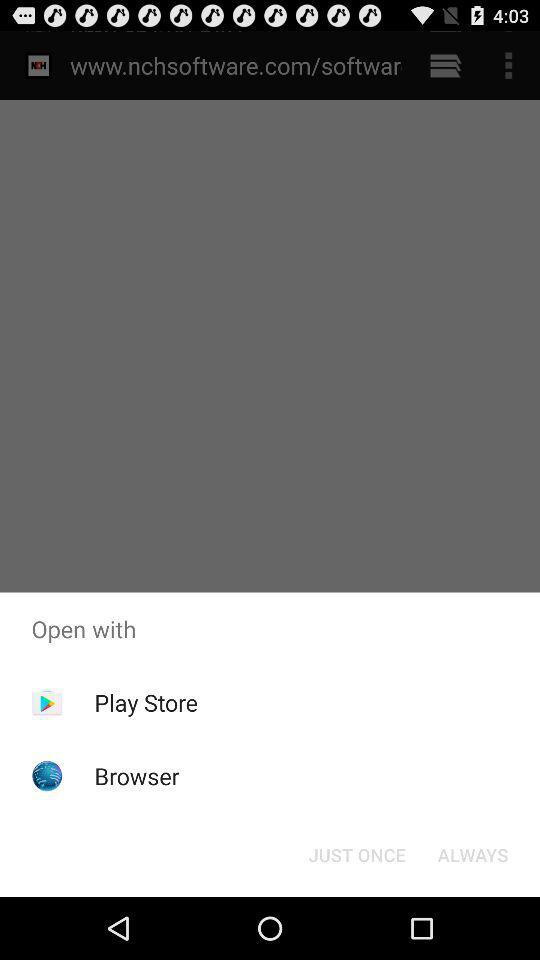  Describe the element at coordinates (472, 853) in the screenshot. I see `button next to just once button` at that location.